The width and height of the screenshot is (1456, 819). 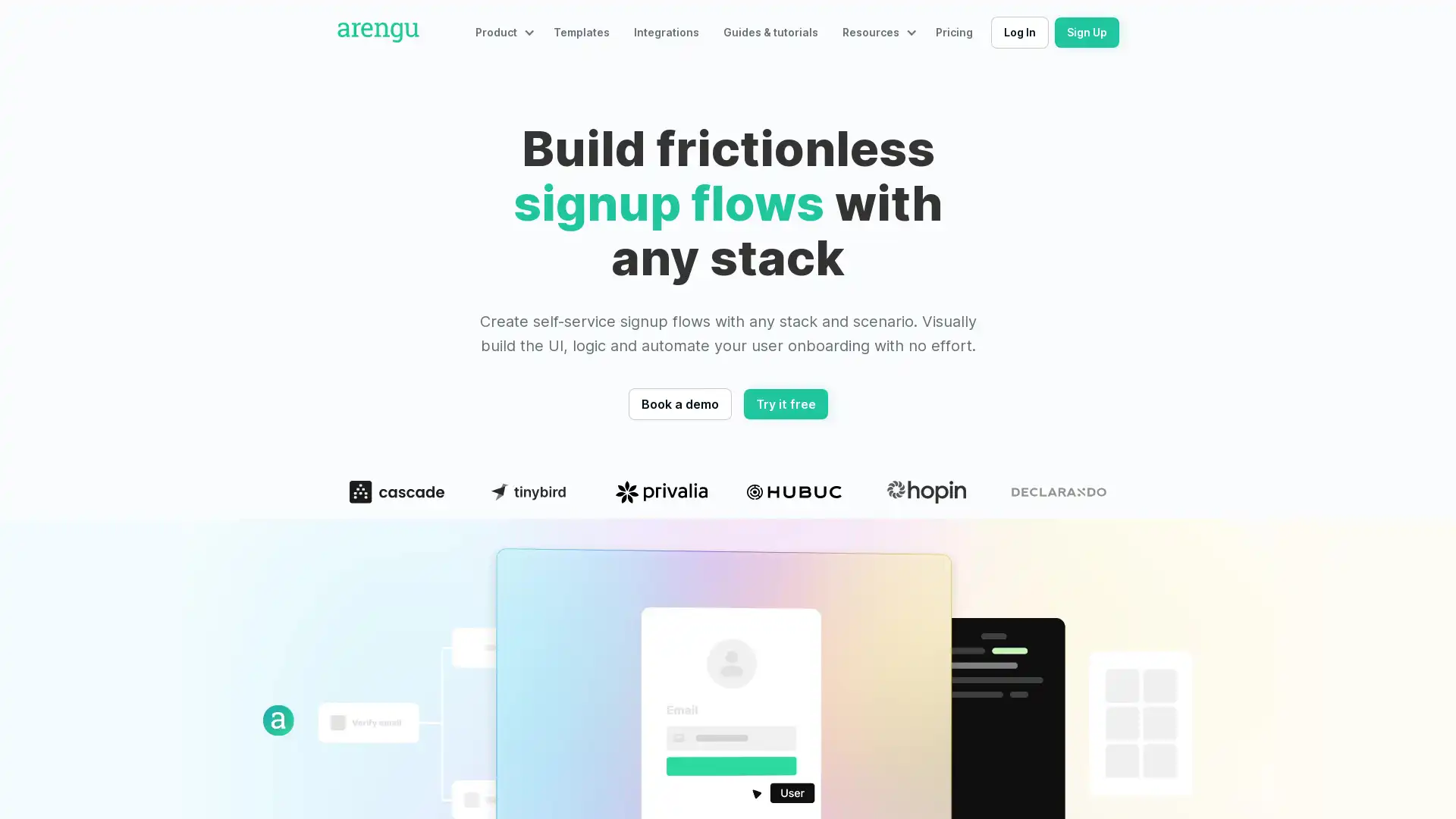 What do you see at coordinates (157, 777) in the screenshot?
I see `dismiss cookie message` at bounding box center [157, 777].